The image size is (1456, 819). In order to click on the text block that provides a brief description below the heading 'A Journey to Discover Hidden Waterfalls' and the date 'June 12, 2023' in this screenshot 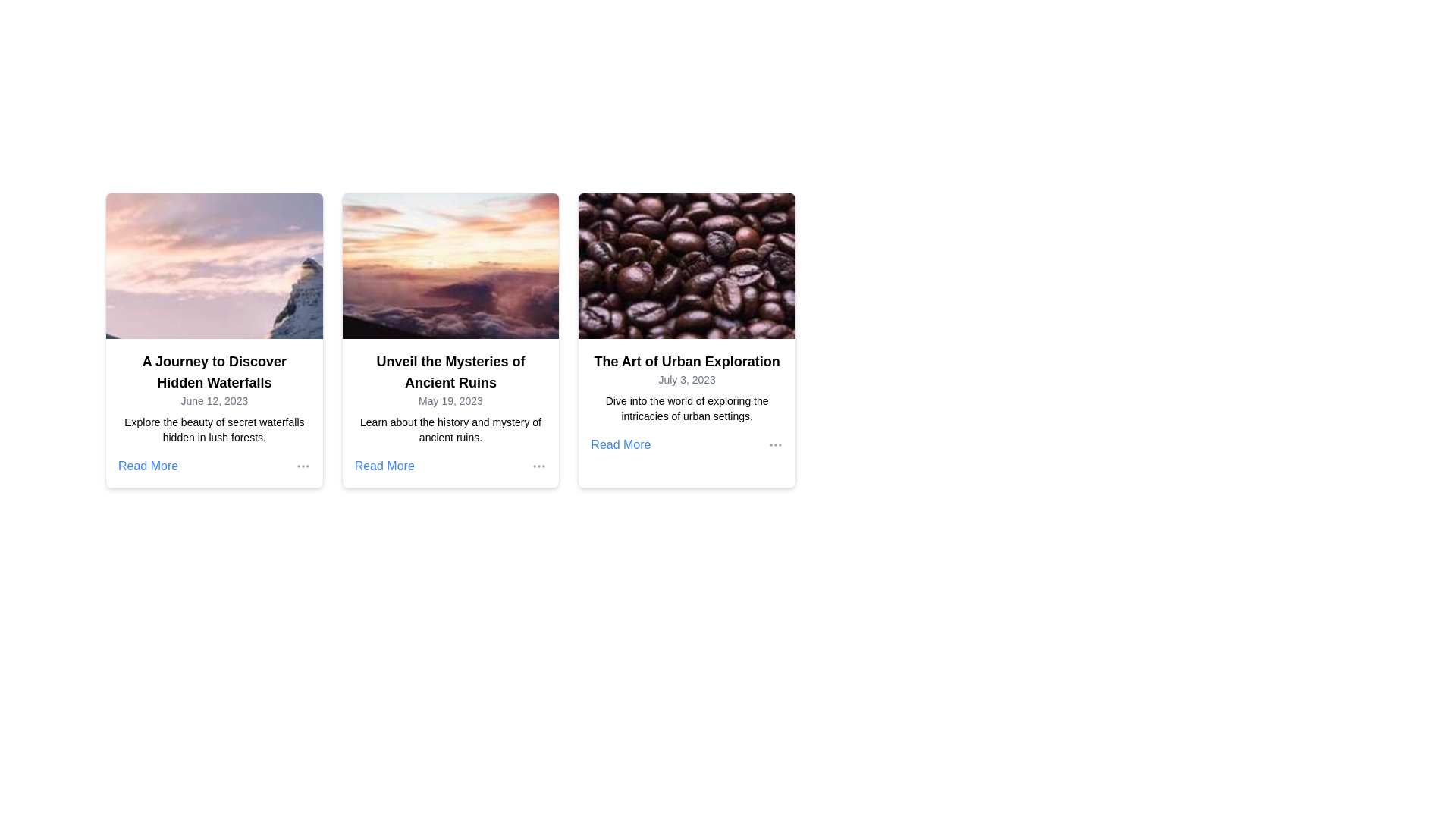, I will do `click(213, 430)`.